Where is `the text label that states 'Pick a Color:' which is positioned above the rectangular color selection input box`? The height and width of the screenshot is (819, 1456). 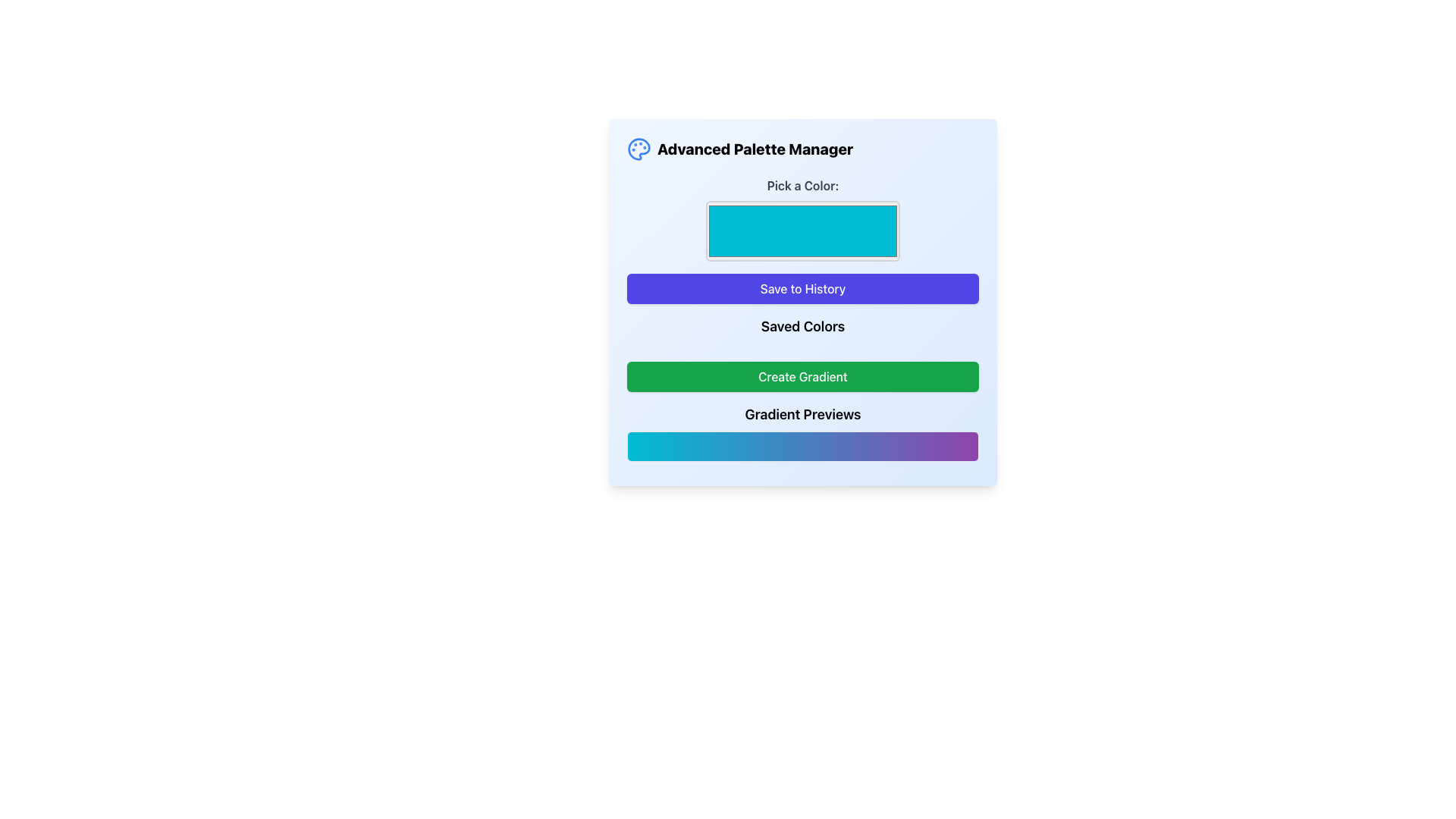
the text label that states 'Pick a Color:' which is positioned above the rectangular color selection input box is located at coordinates (802, 185).